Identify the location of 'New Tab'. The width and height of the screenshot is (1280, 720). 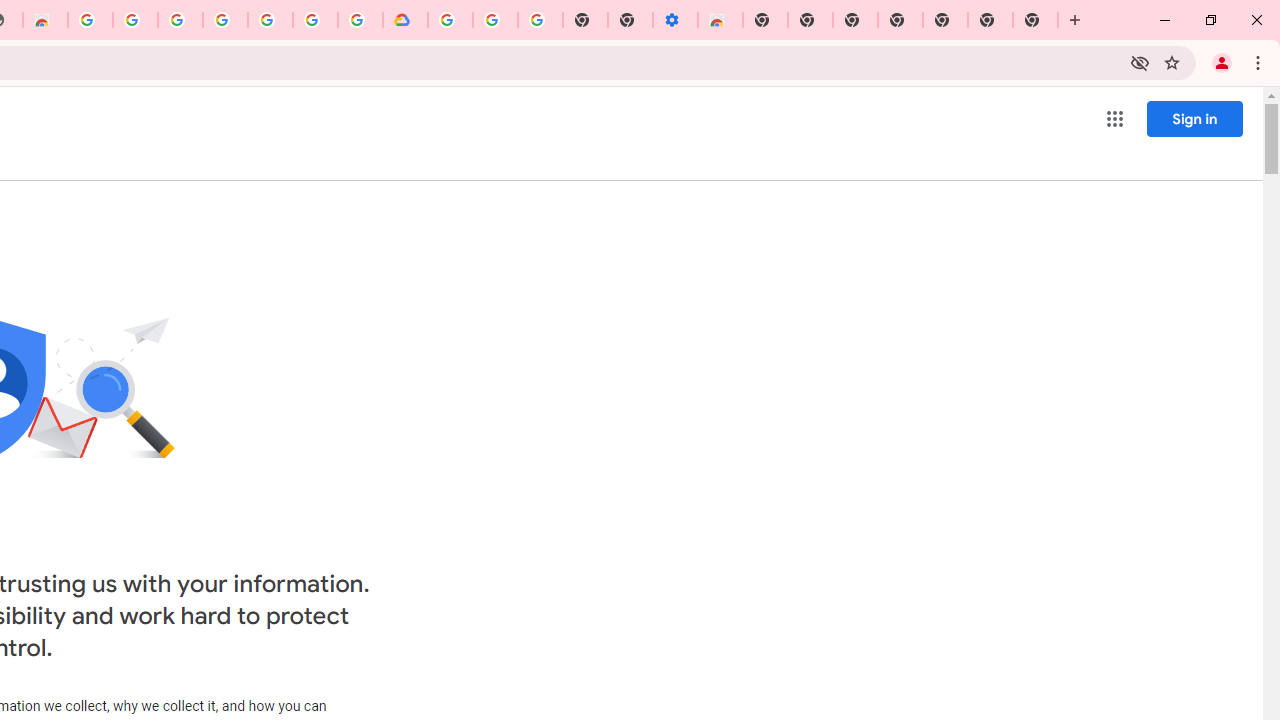
(1035, 20).